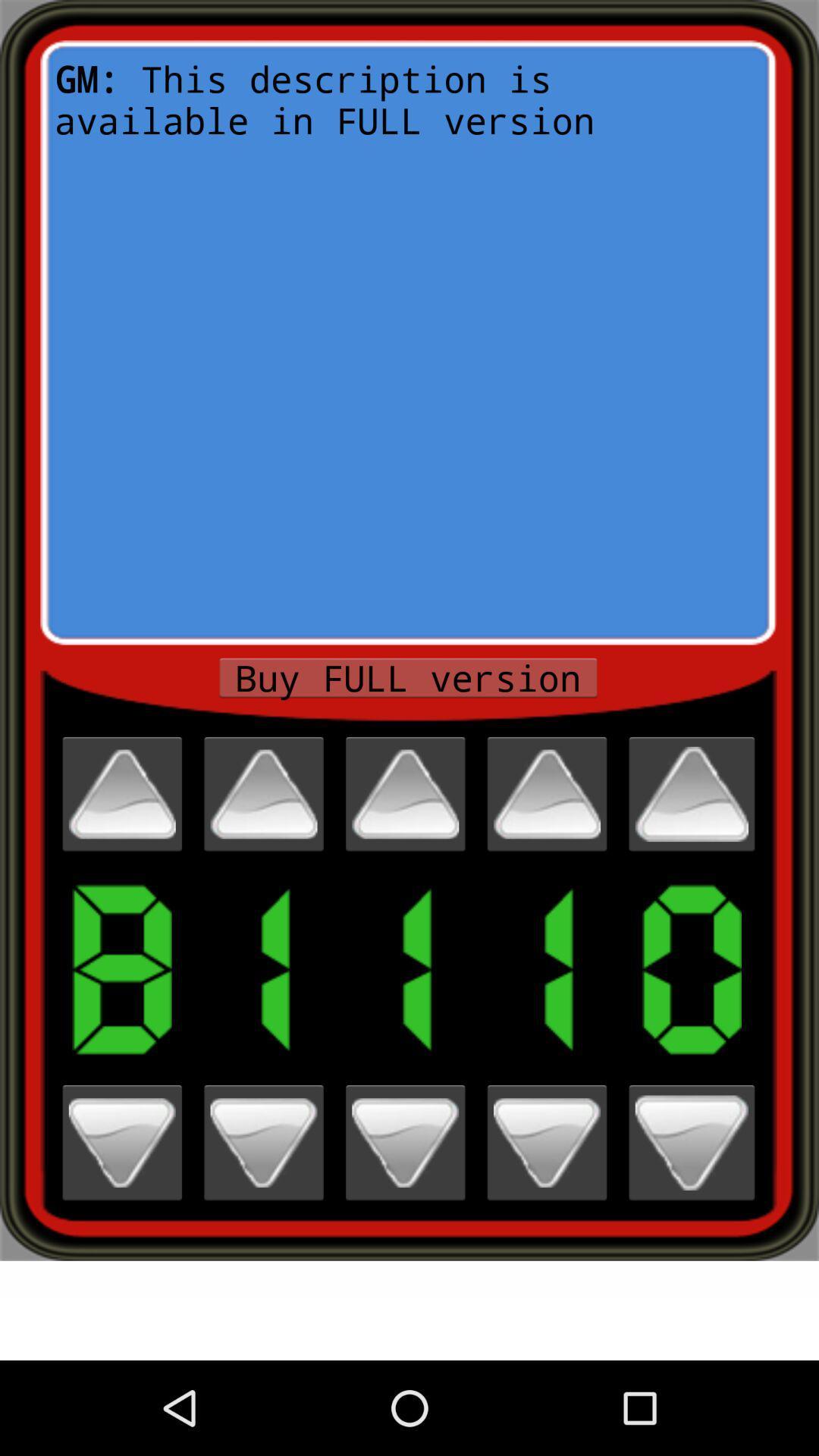  What do you see at coordinates (262, 793) in the screenshot?
I see `number` at bounding box center [262, 793].